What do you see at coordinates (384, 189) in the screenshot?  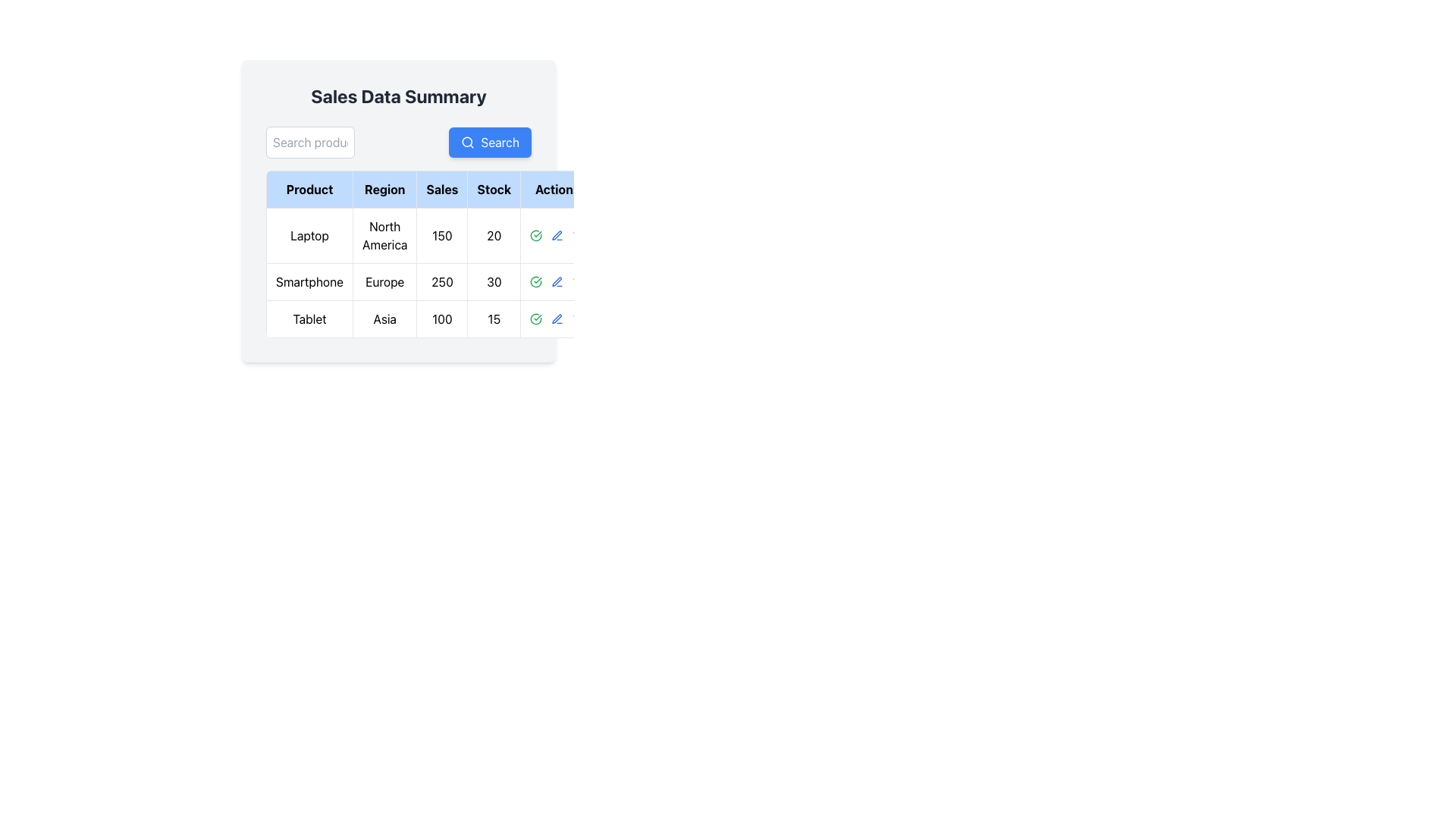 I see `the table header cell labeled 'Region' which is the second column header in the table with a light blue background and bold black text` at bounding box center [384, 189].